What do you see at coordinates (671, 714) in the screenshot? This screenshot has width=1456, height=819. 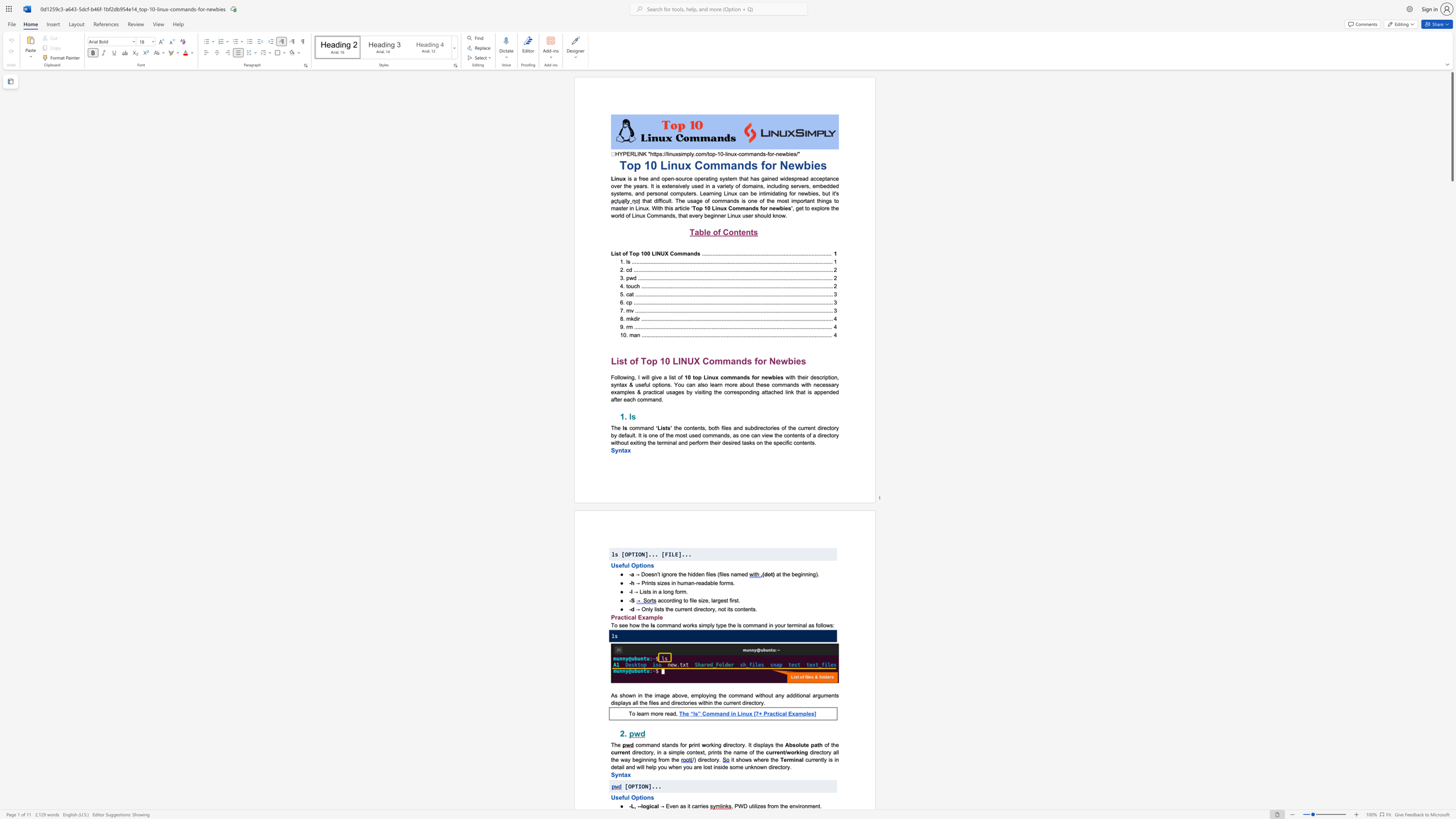 I see `the 2th character "a" in the text` at bounding box center [671, 714].